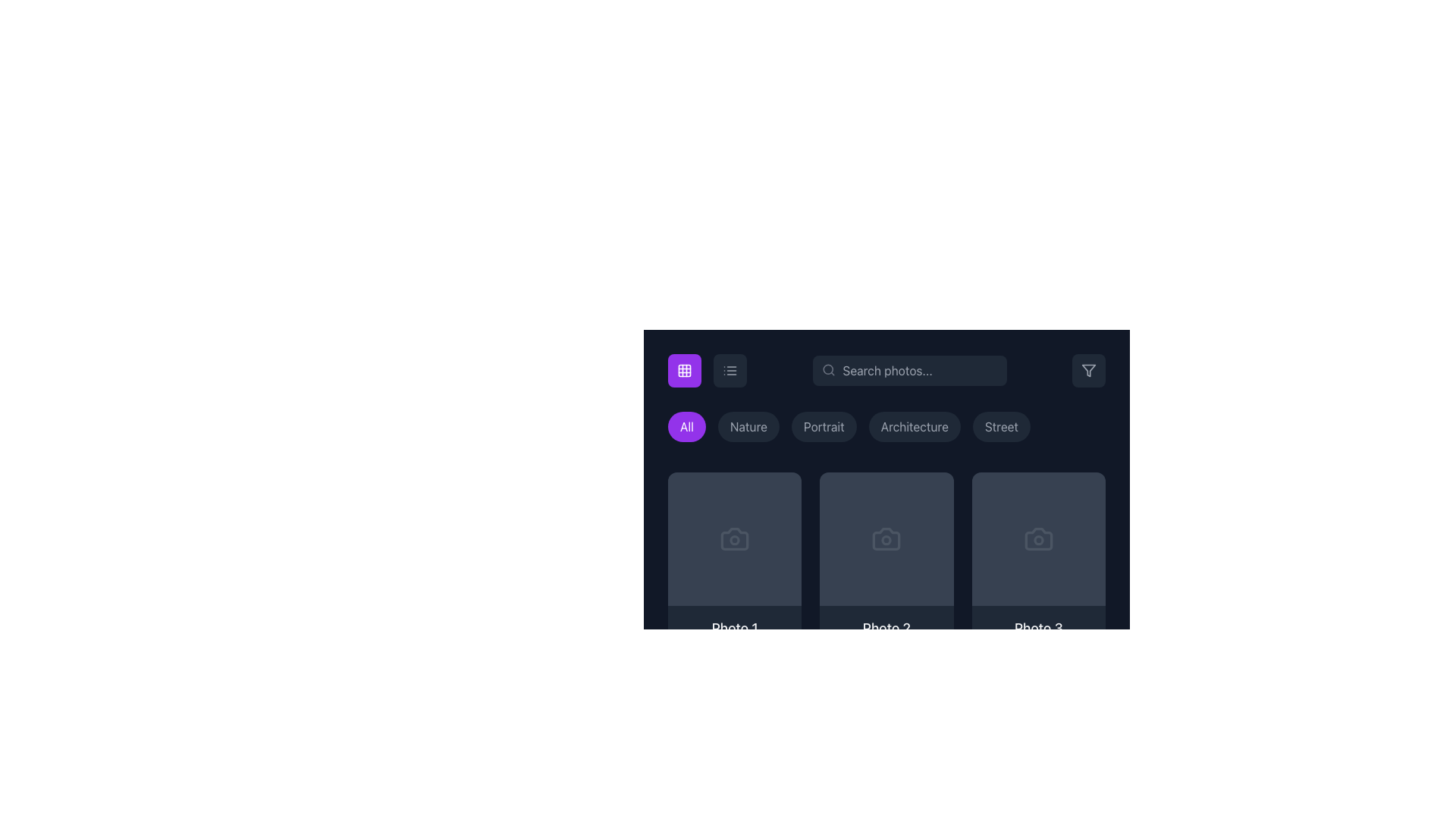 The width and height of the screenshot is (1456, 819). I want to click on the filter funnel icon button located in the top-right corner next to the search bar, so click(1087, 371).